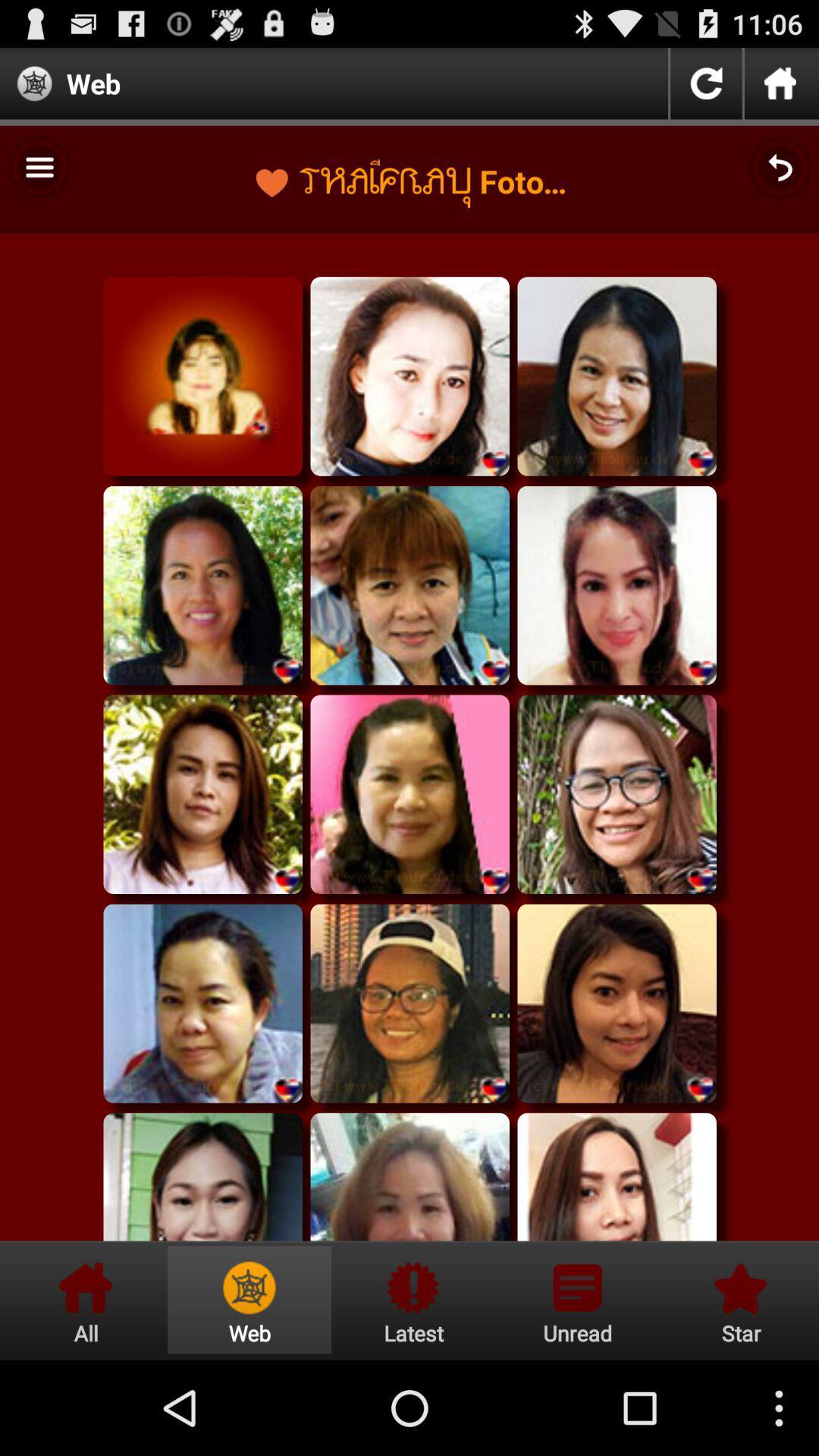 Image resolution: width=819 pixels, height=1456 pixels. What do you see at coordinates (706, 83) in the screenshot?
I see `refresh` at bounding box center [706, 83].